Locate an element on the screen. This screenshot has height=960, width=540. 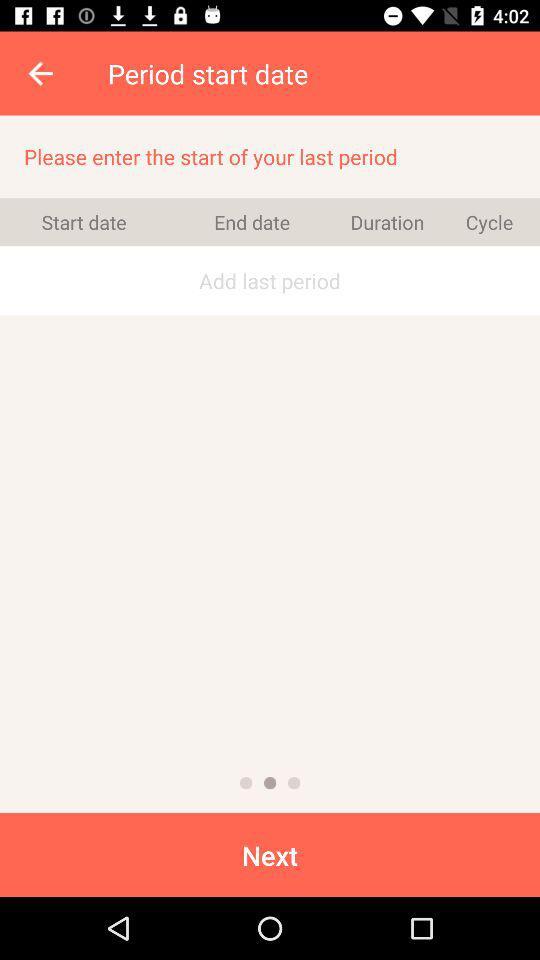
the item below the add last period icon is located at coordinates (270, 783).